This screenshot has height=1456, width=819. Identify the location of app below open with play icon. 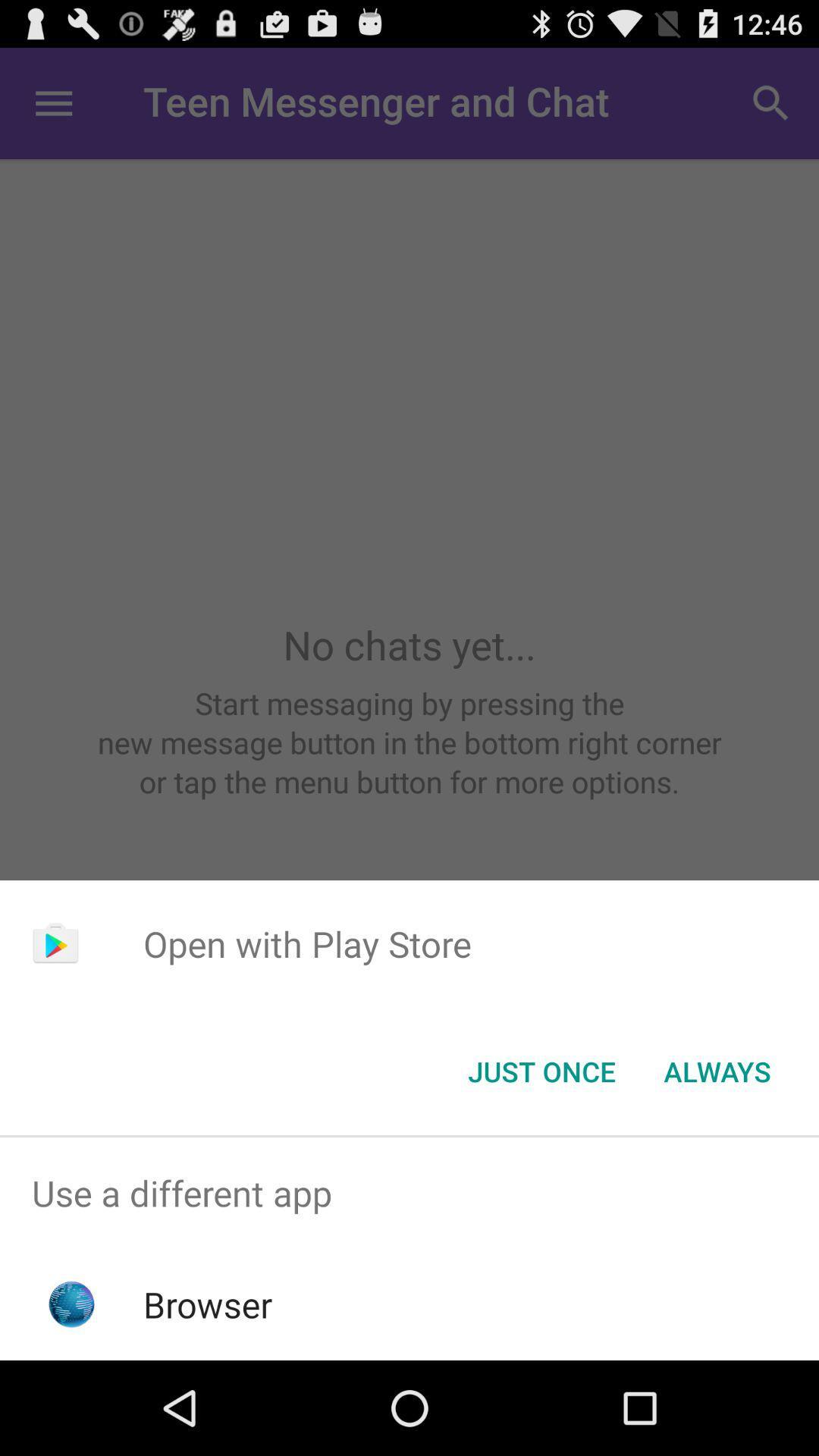
(717, 1070).